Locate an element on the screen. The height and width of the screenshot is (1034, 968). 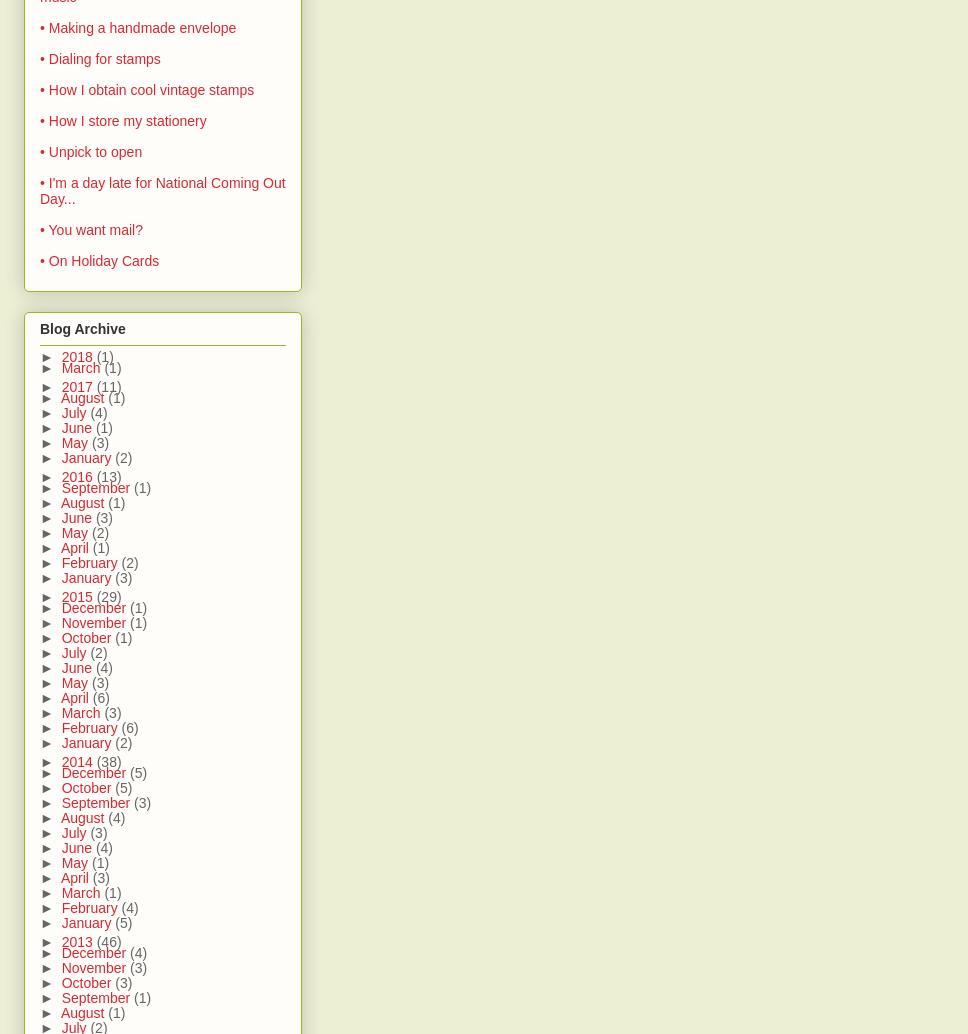
'(38)' is located at coordinates (108, 761).